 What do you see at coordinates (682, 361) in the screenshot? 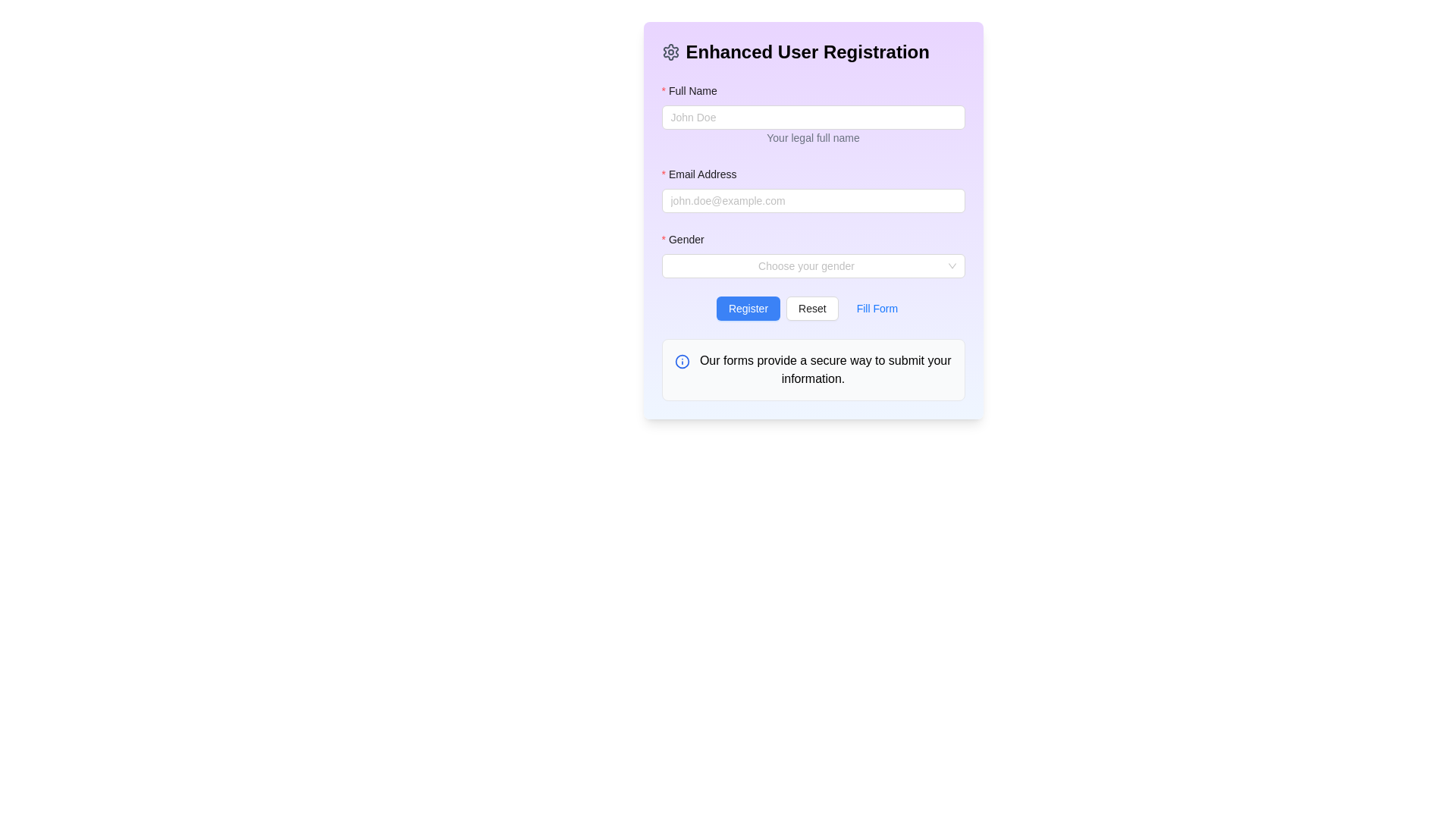
I see `the information indicator icon located at the bottom section of the card, to the left of the text 'Our forms provide a secure way to submit your information.'` at bounding box center [682, 361].